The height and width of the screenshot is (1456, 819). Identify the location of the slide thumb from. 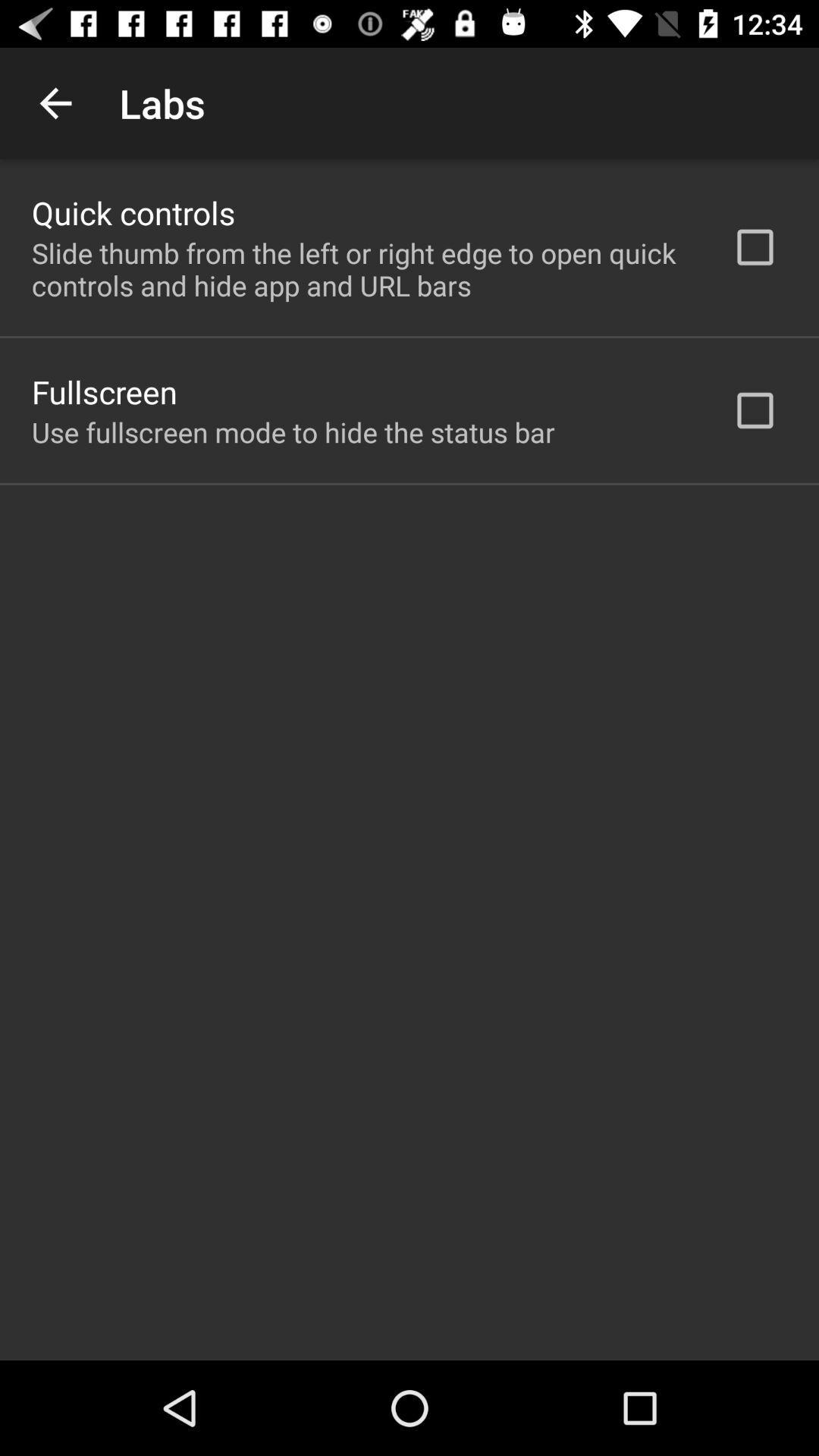
(362, 269).